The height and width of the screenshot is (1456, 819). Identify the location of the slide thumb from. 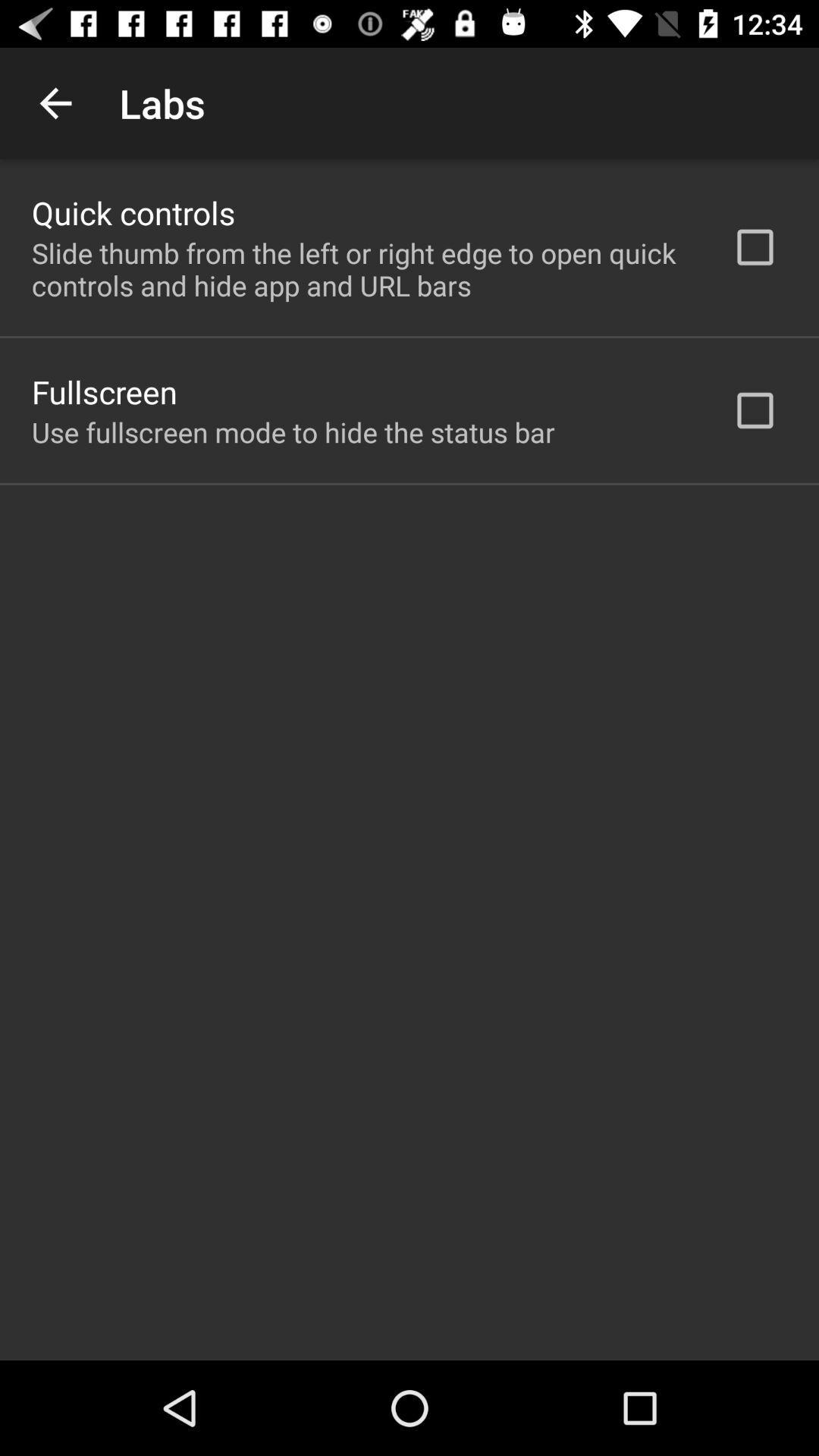
(362, 269).